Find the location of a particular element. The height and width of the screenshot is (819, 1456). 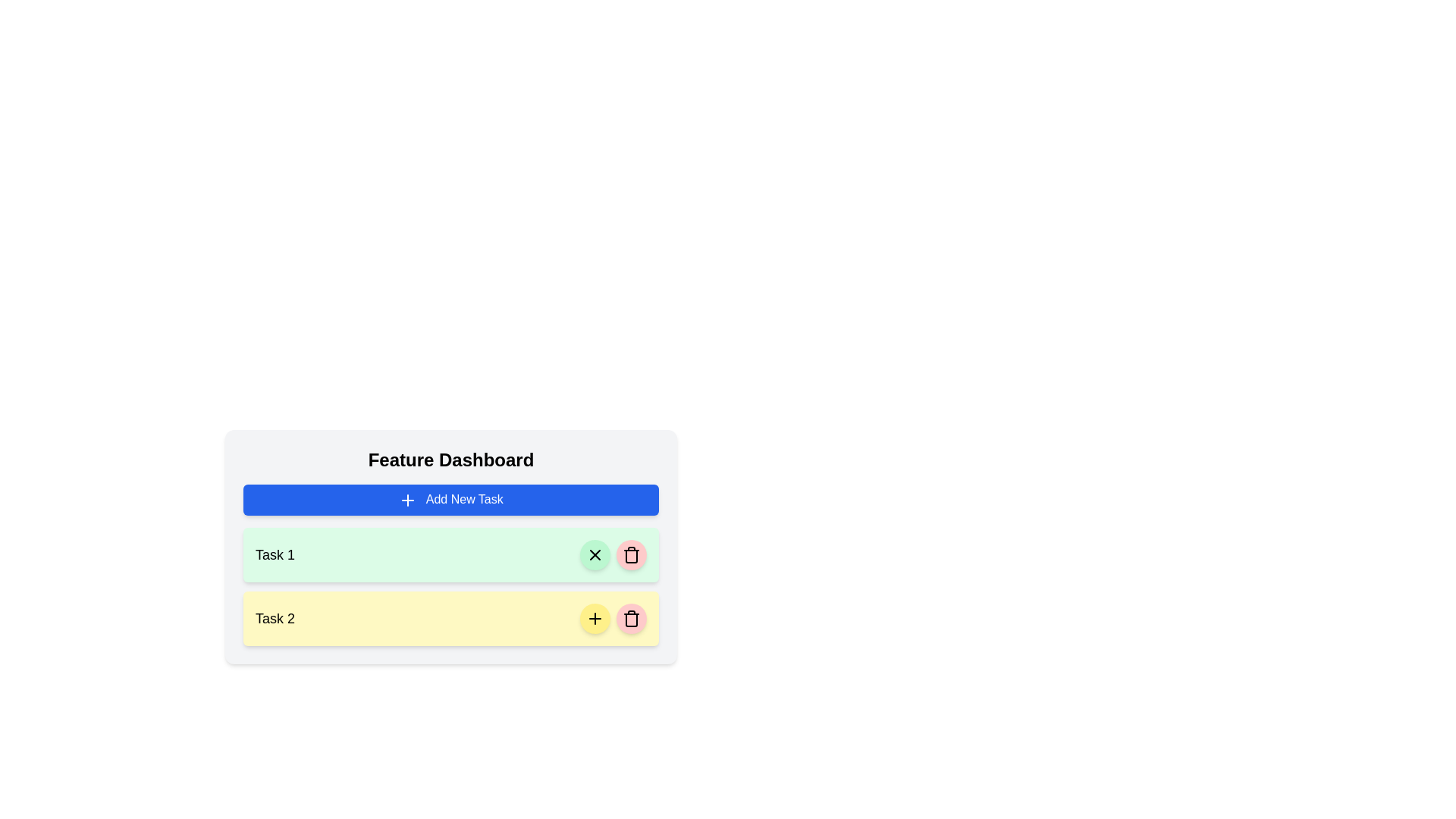

the button located within the 'Feature Dashboard' card is located at coordinates (450, 500).